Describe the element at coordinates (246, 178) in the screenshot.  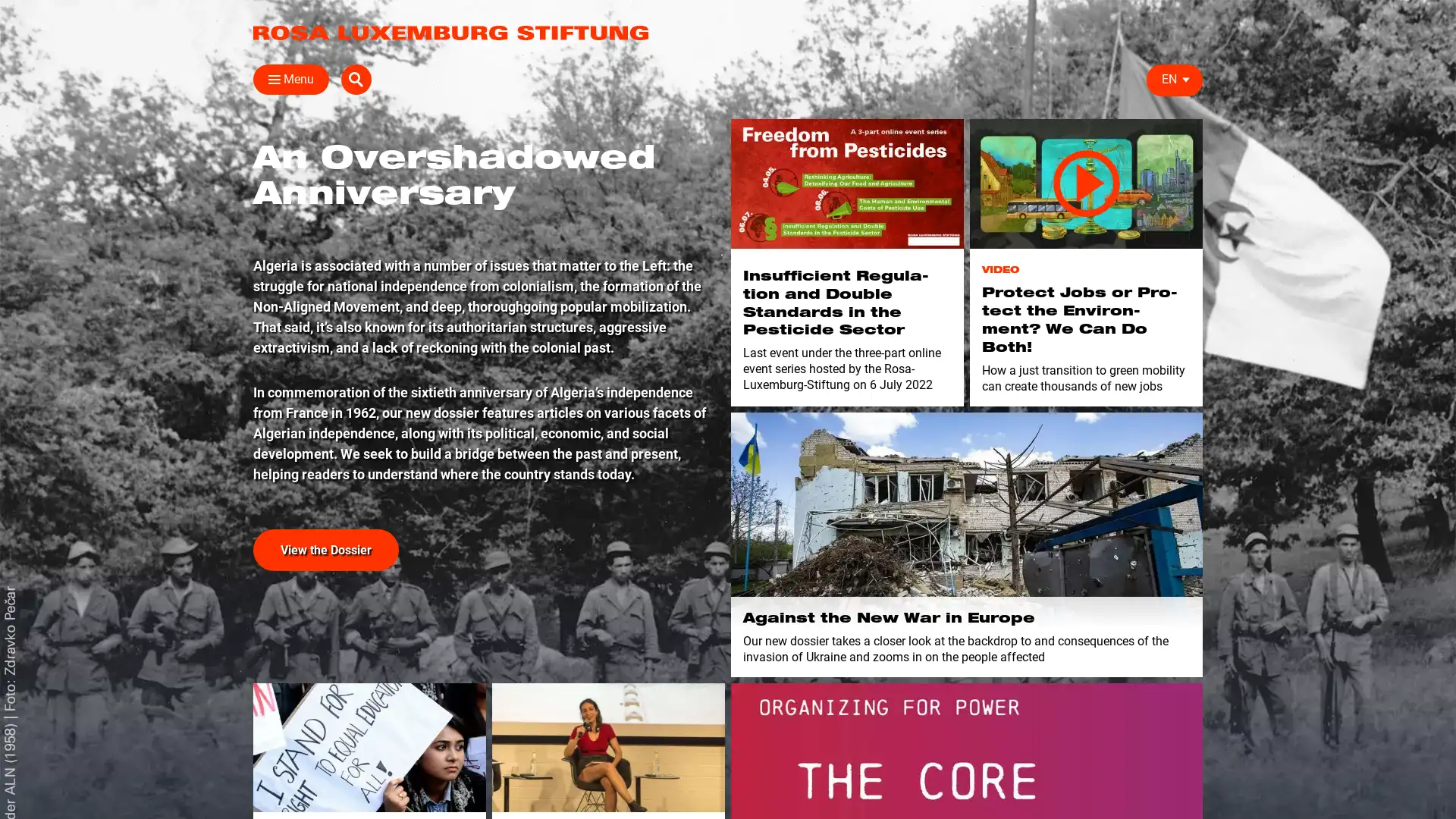
I see `Show more / less` at that location.